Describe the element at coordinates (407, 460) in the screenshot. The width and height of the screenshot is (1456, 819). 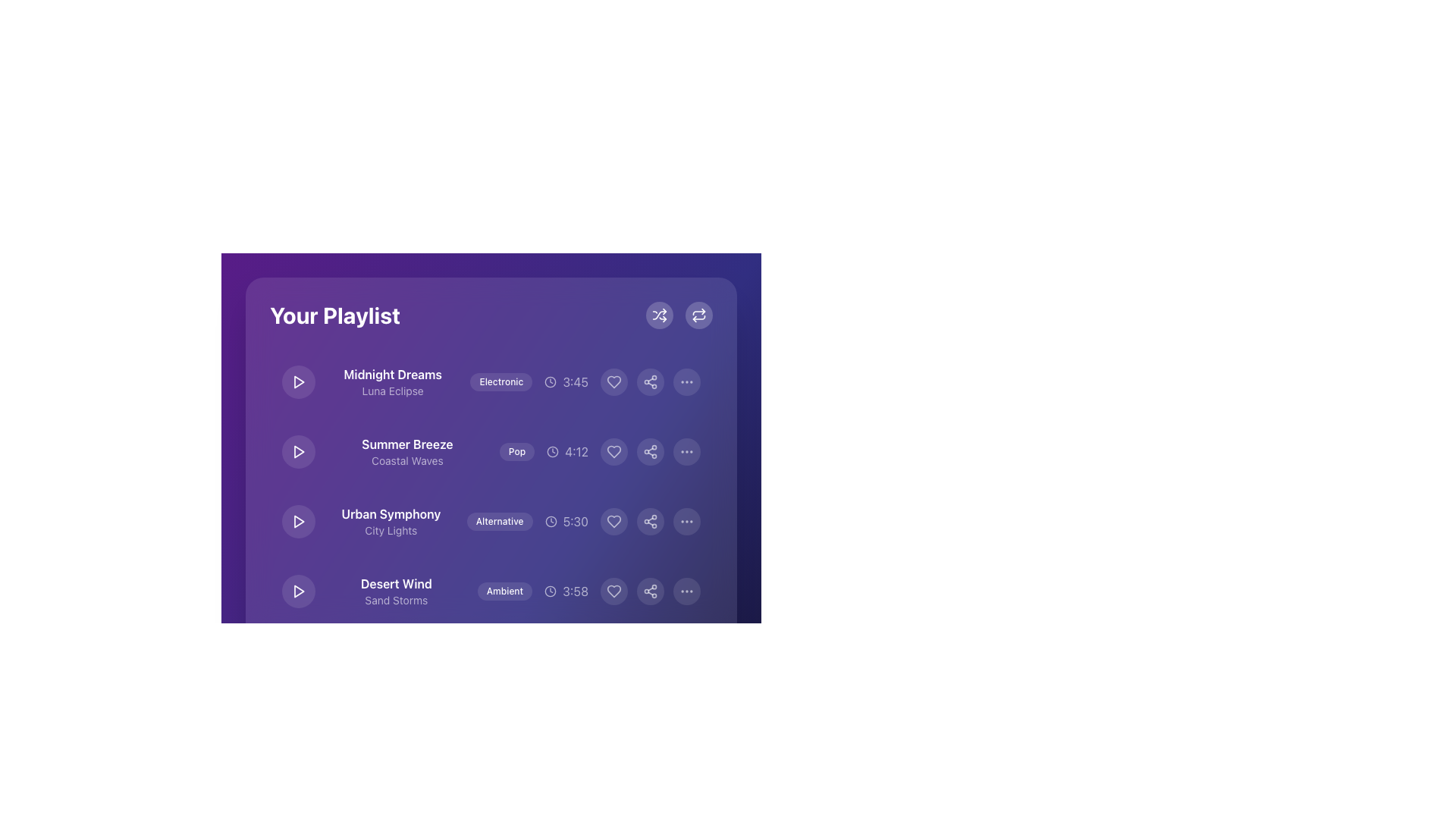
I see `the text label 'Coastal Waves', which is positioned directly below the 'Summer Breeze' label in a vertically stacked layout` at that location.